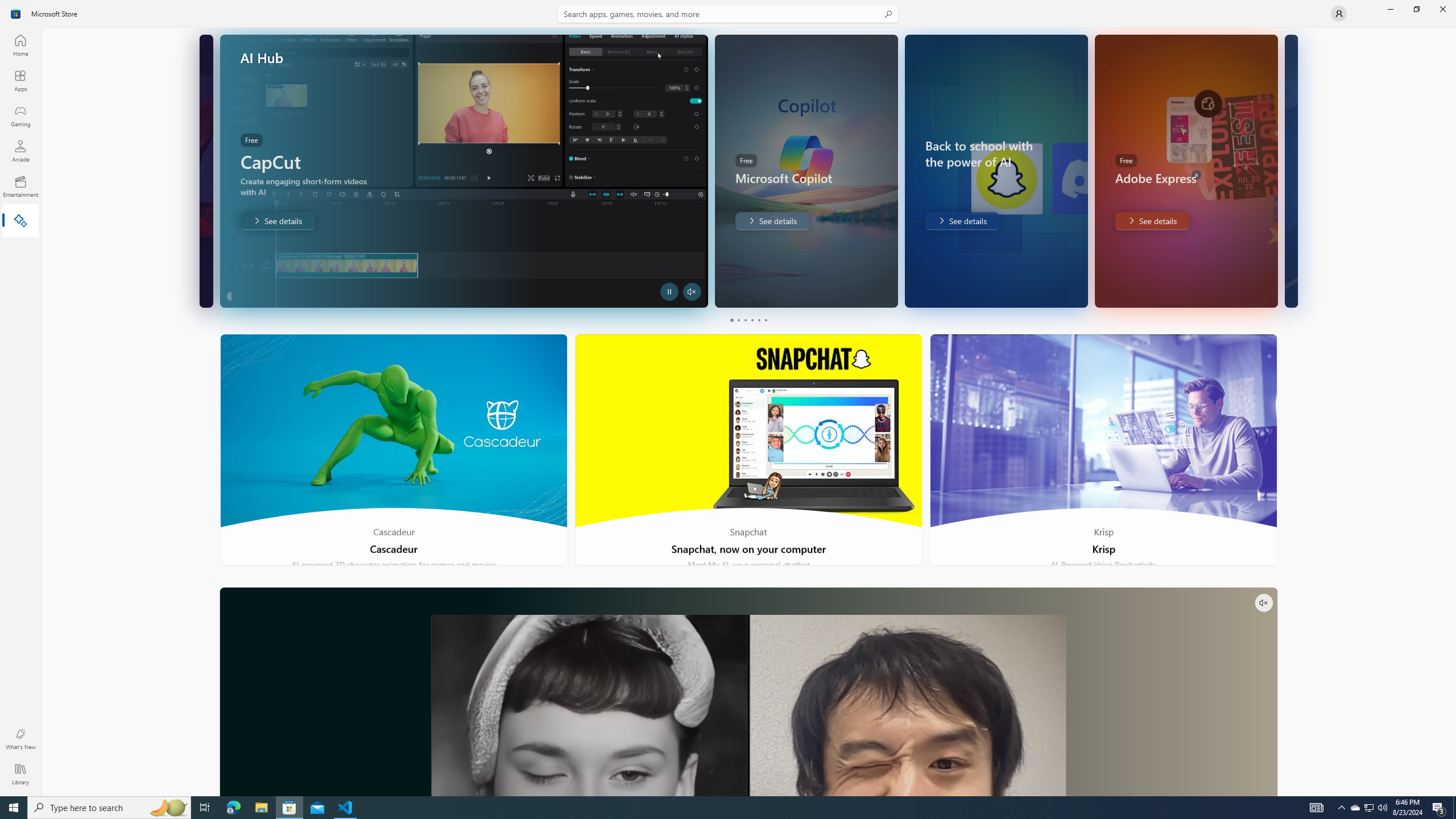 The width and height of the screenshot is (1456, 819). I want to click on 'Arcade', so click(19, 150).